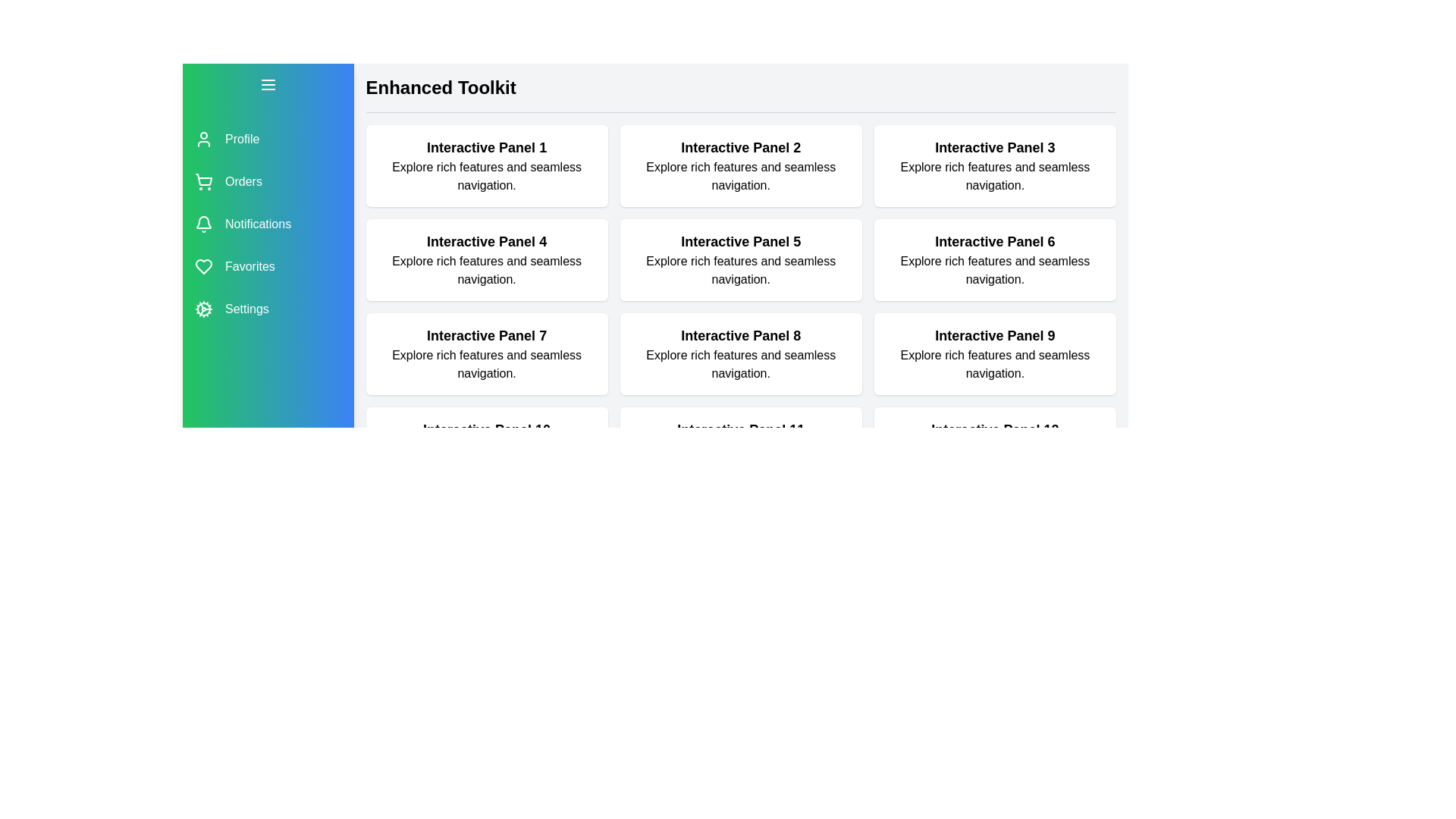 The image size is (1456, 819). What do you see at coordinates (268, 265) in the screenshot?
I see `the menu item labeled Favorites` at bounding box center [268, 265].